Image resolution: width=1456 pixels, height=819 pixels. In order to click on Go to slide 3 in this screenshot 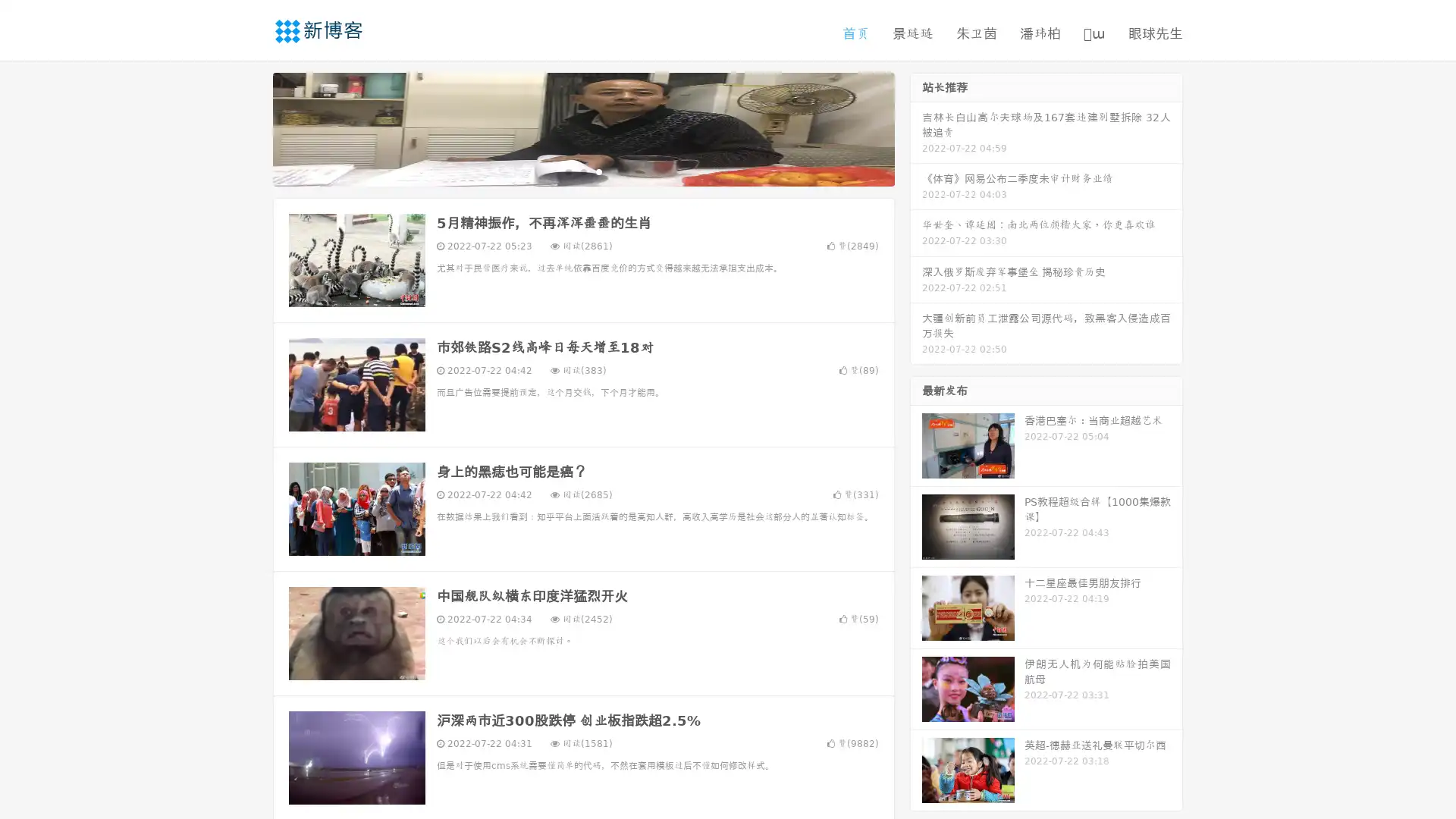, I will do `click(598, 171)`.